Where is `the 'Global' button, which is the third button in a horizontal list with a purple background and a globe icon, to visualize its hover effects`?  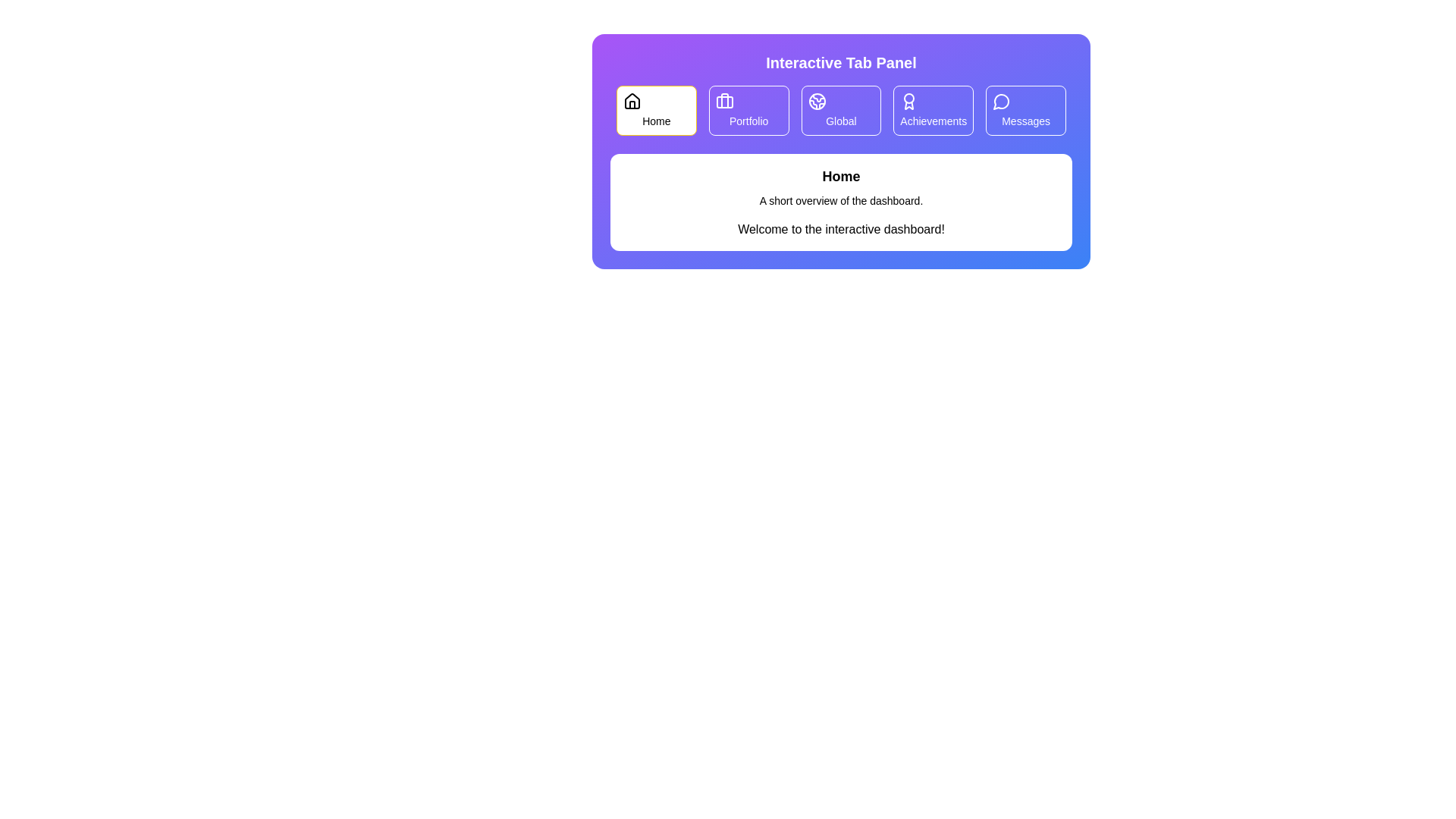 the 'Global' button, which is the third button in a horizontal list with a purple background and a globe icon, to visualize its hover effects is located at coordinates (840, 110).